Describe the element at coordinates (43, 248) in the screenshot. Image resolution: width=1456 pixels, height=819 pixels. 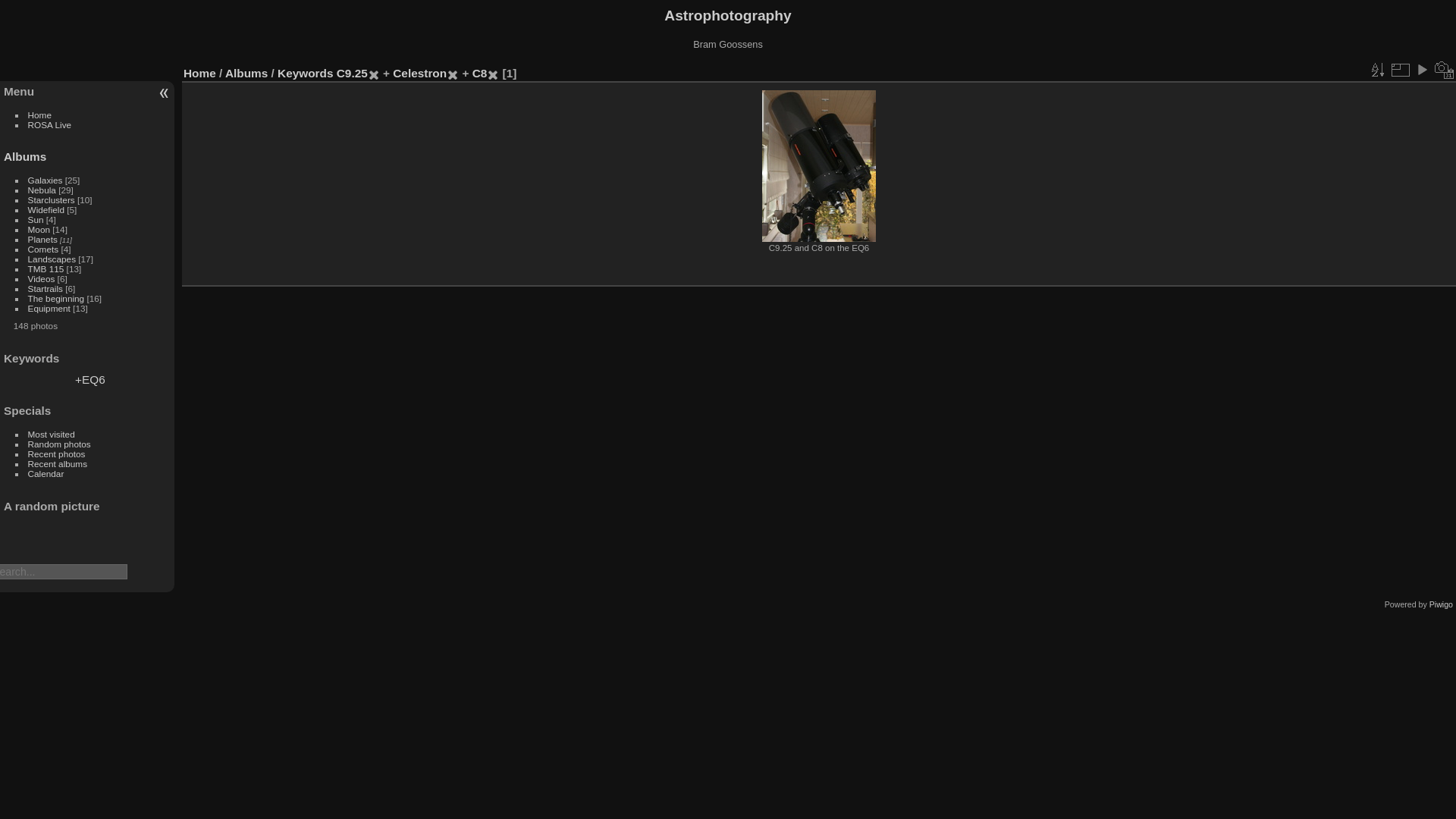
I see `'Comets'` at that location.